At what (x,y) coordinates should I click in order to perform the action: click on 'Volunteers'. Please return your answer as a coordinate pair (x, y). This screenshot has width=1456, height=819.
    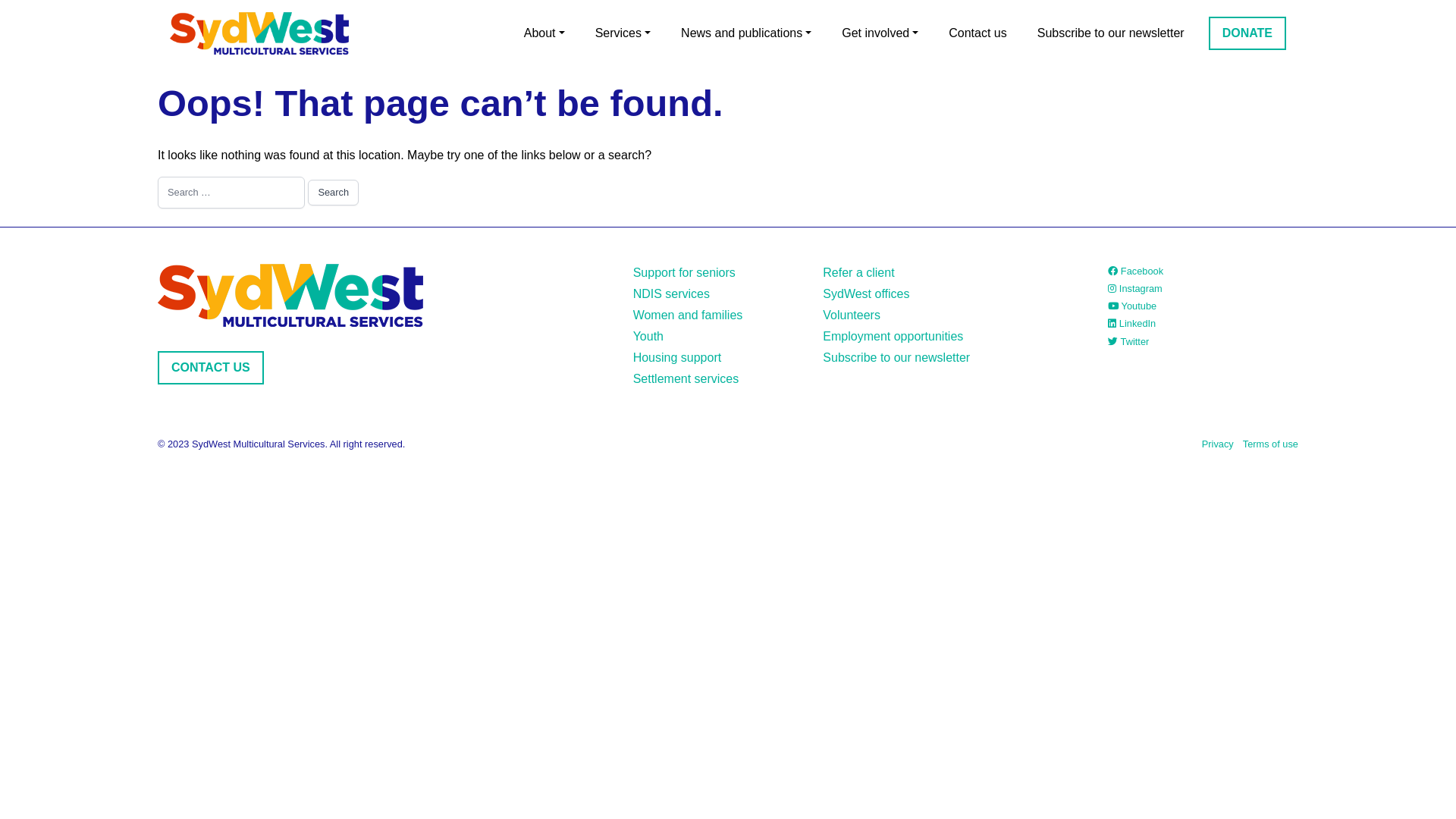
    Looking at the image, I should click on (852, 314).